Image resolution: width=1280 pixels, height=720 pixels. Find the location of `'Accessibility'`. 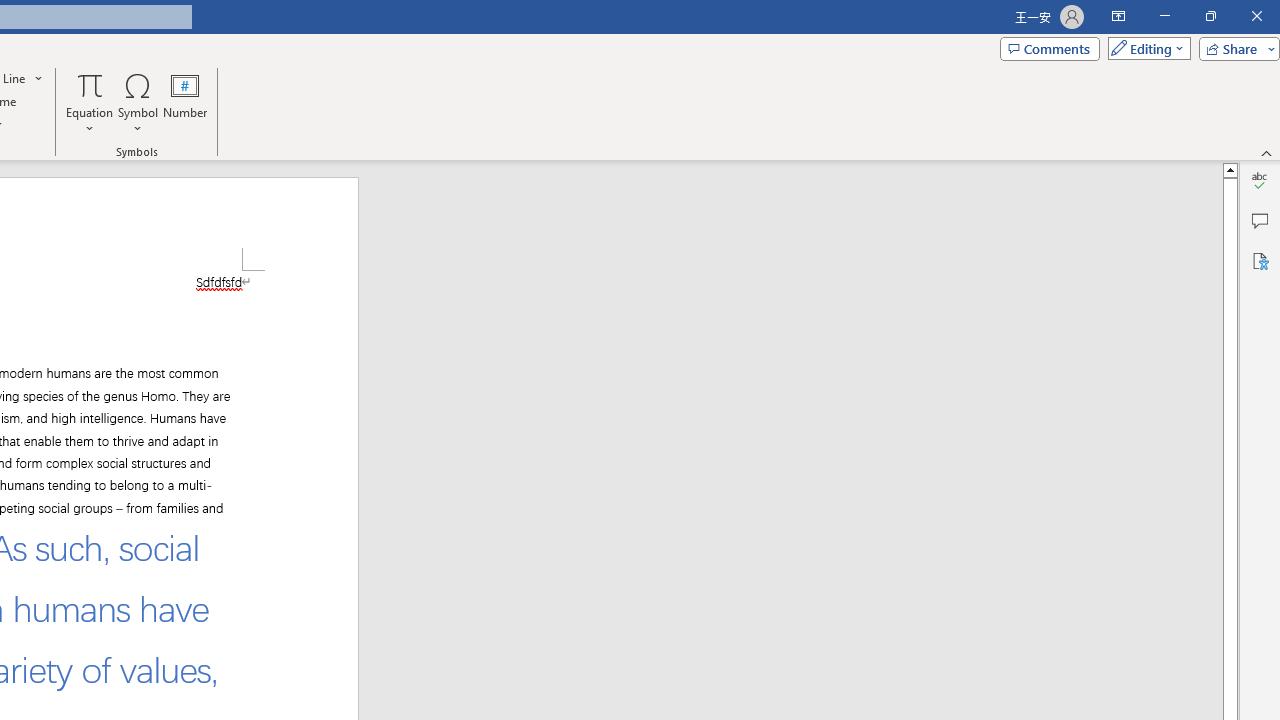

'Accessibility' is located at coordinates (1259, 260).